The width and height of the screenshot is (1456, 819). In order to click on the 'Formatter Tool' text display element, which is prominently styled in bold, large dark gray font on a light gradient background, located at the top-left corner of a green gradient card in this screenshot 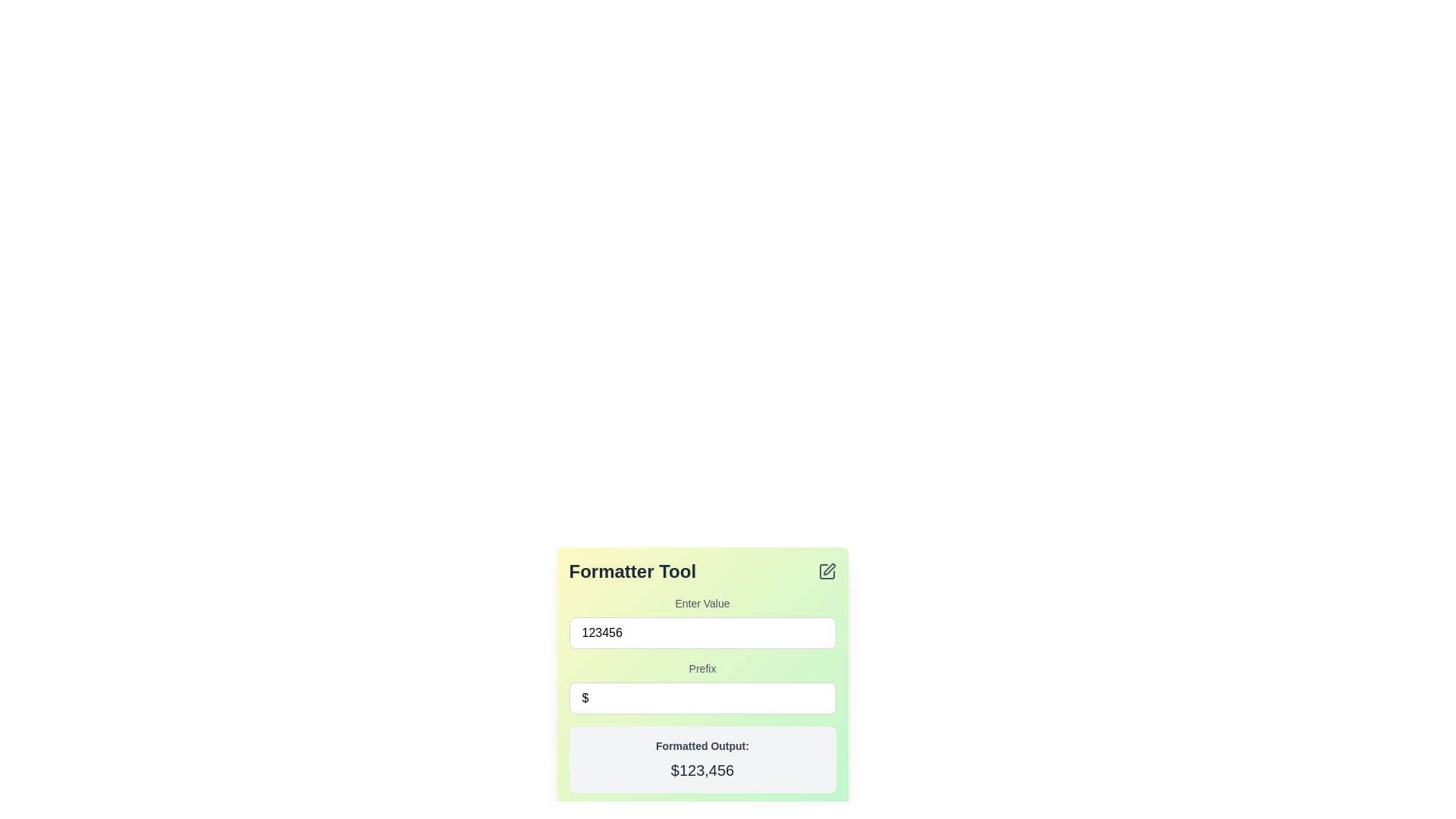, I will do `click(632, 571)`.